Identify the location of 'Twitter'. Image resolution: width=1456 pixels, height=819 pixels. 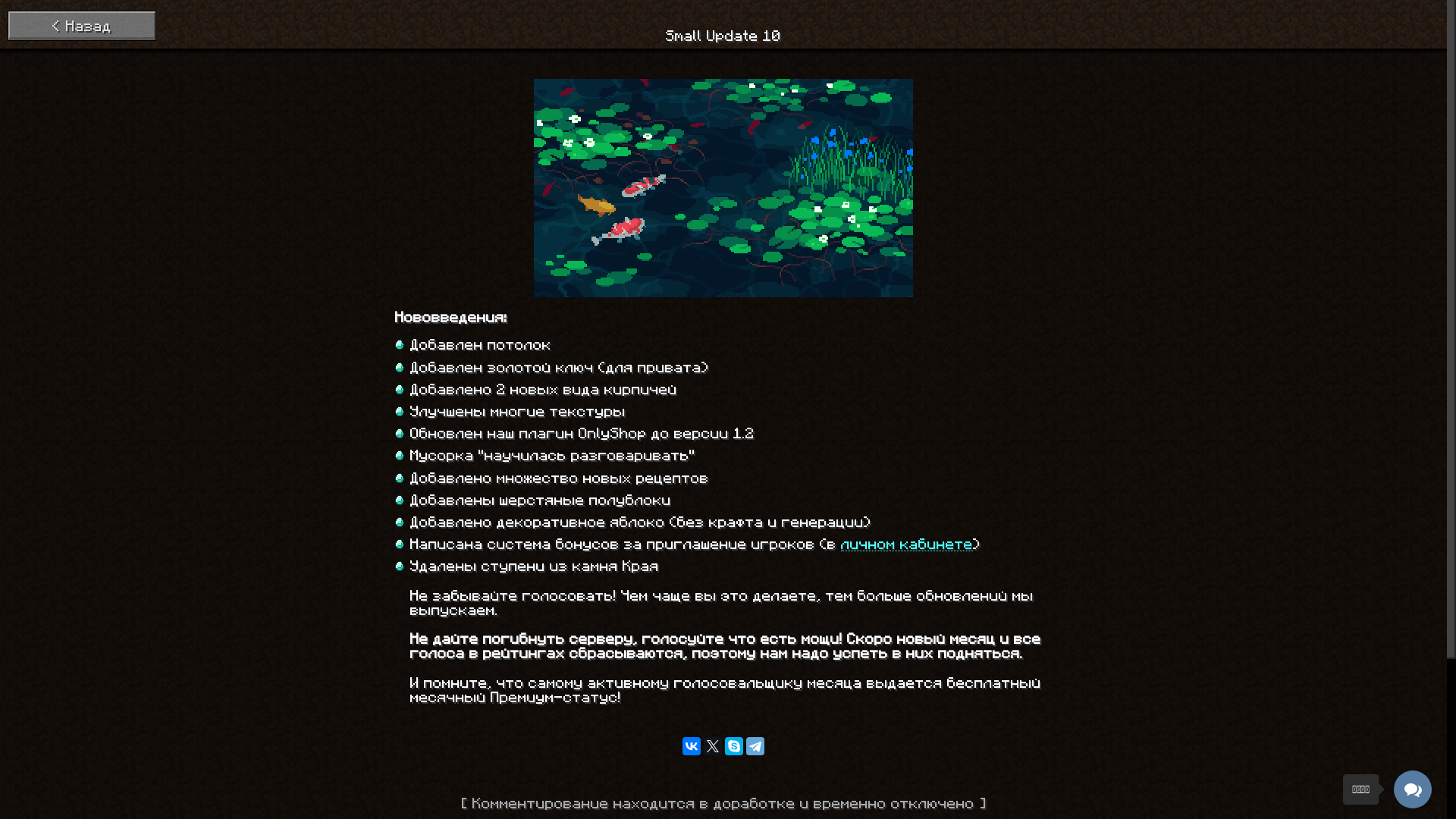
(702, 745).